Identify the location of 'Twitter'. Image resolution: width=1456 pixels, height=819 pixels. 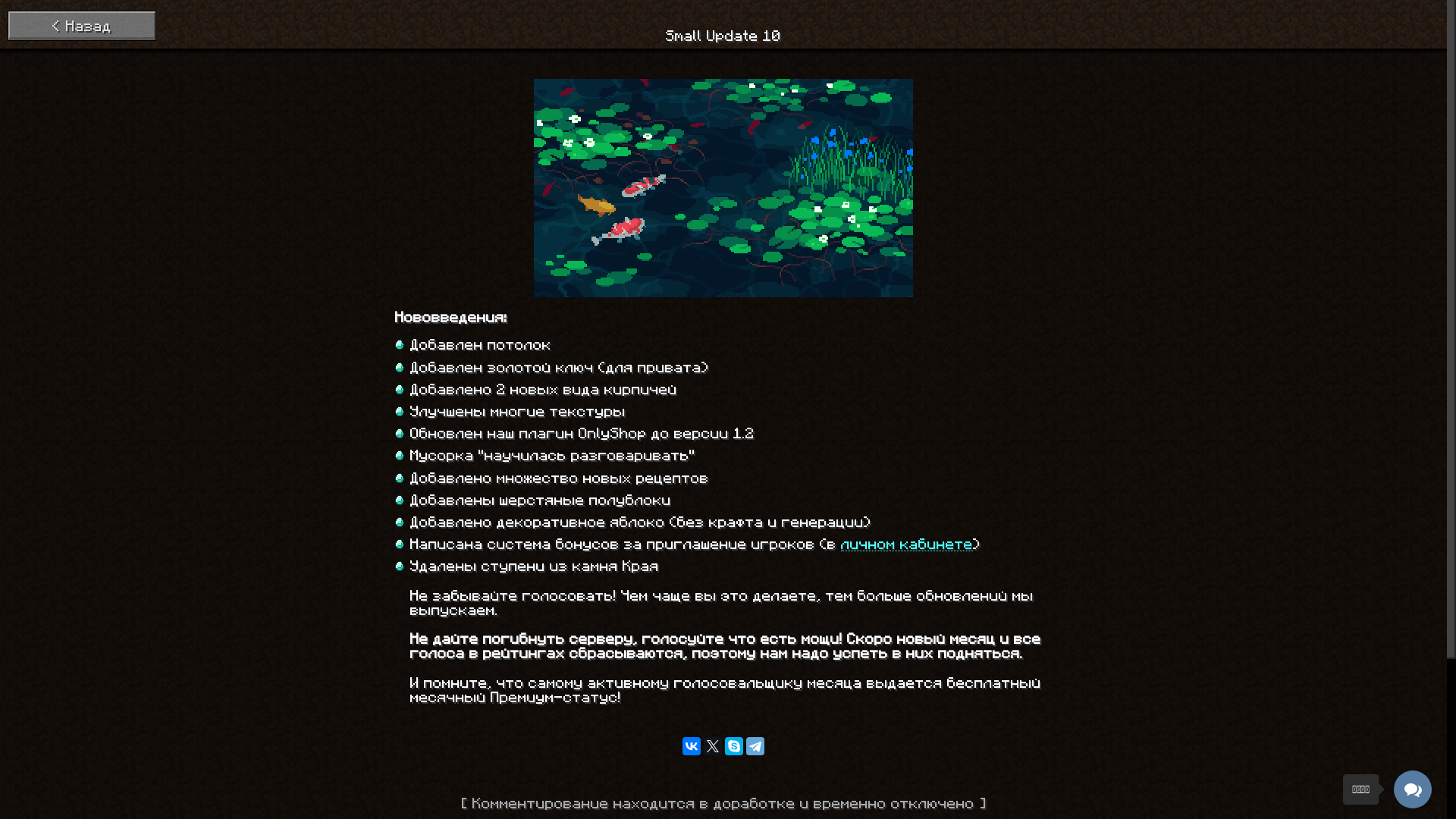
(702, 745).